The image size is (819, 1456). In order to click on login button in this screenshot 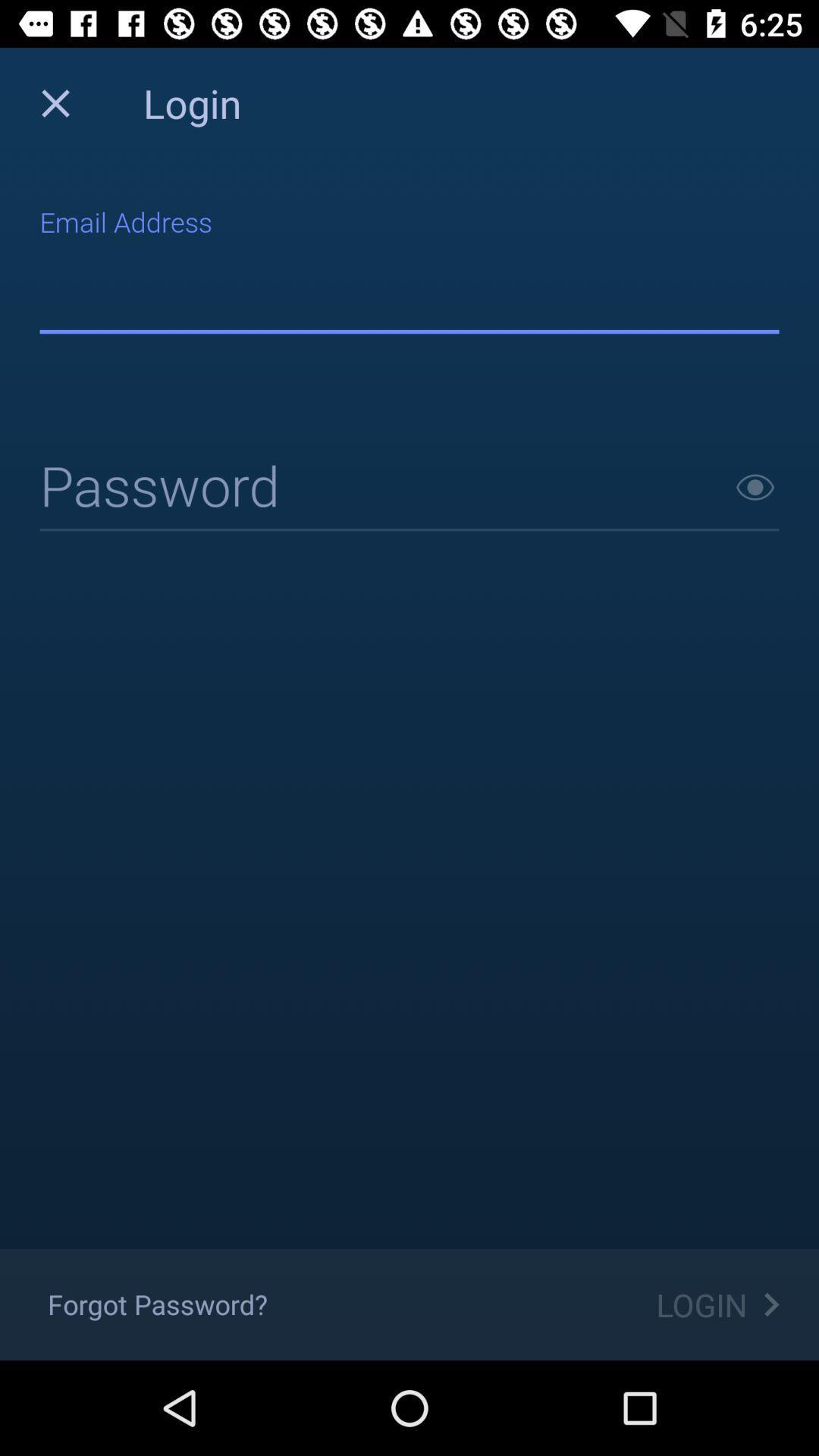, I will do `click(409, 488)`.